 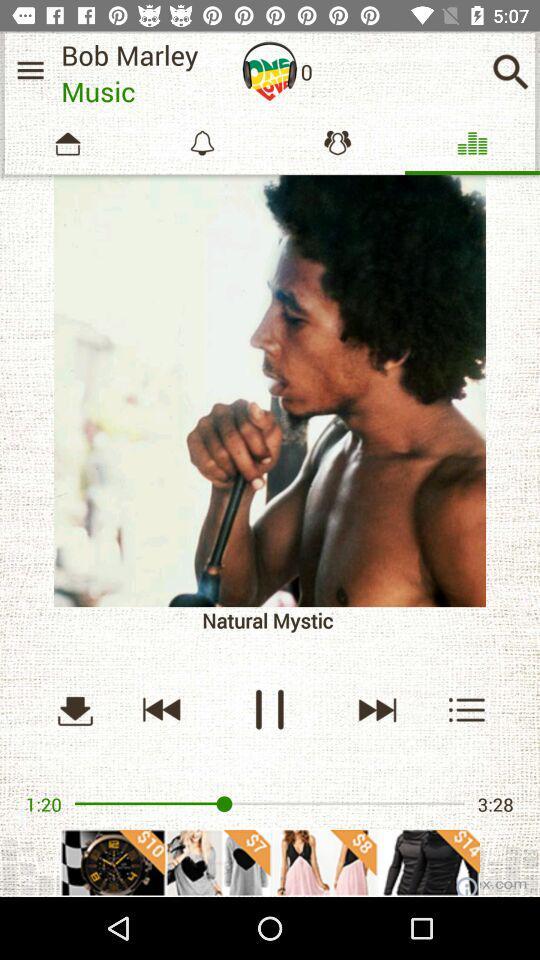 What do you see at coordinates (376, 709) in the screenshot?
I see `forward` at bounding box center [376, 709].